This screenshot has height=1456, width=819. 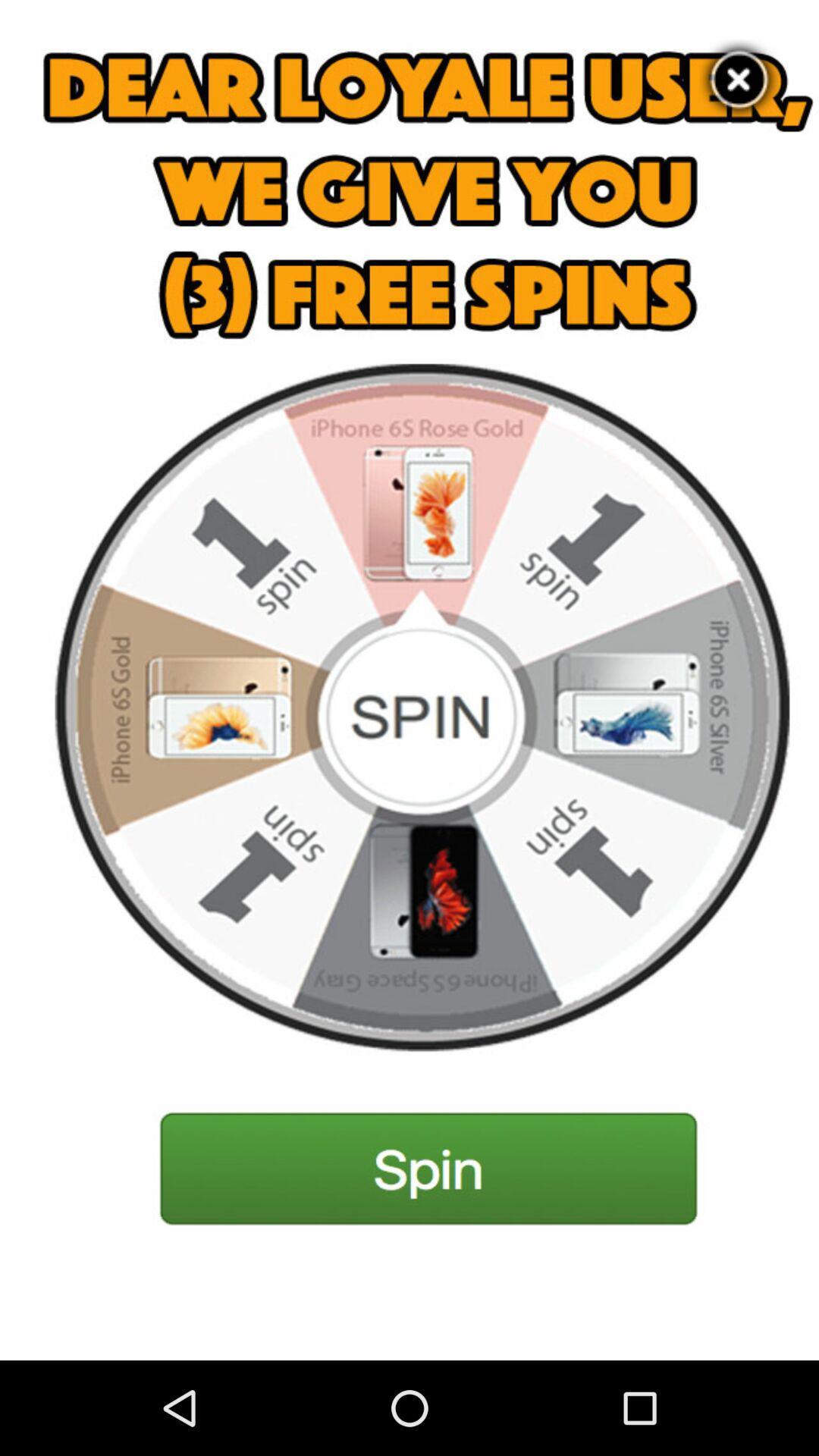 I want to click on the close icon, so click(x=739, y=84).